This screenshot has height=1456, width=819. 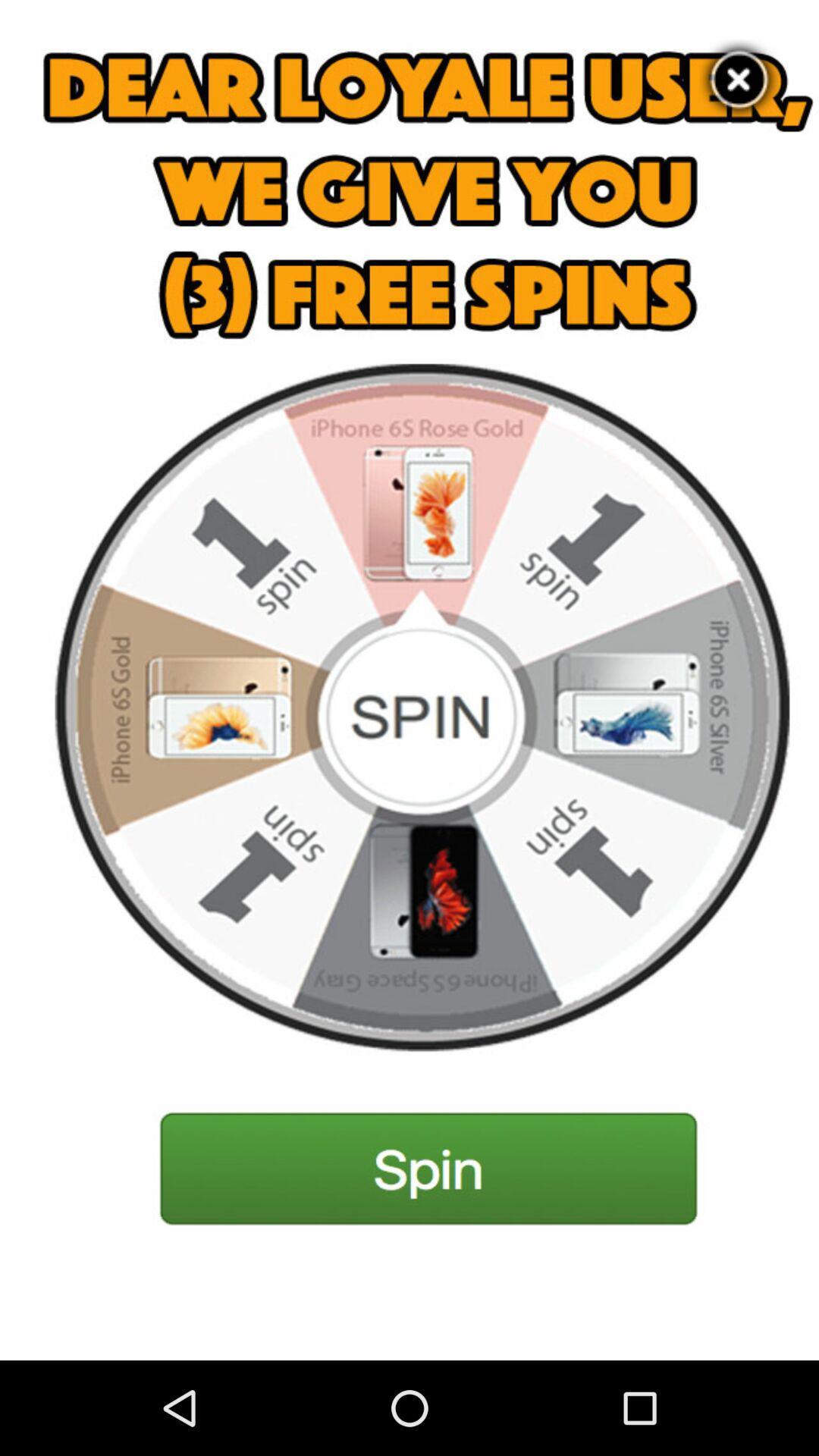 I want to click on the close icon, so click(x=739, y=84).